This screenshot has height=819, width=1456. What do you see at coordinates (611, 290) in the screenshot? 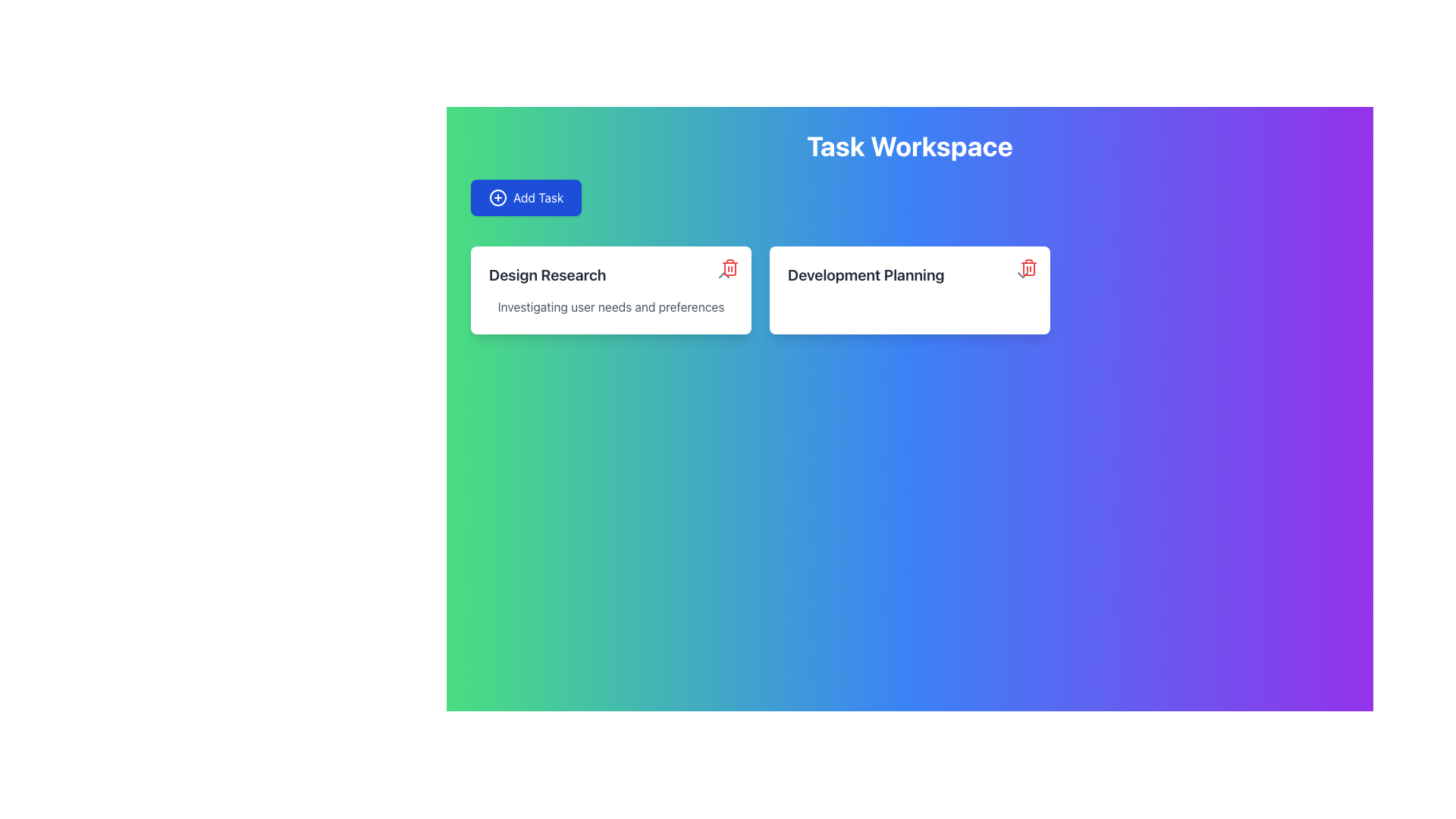
I see `the title 'Design Research' on the first card` at bounding box center [611, 290].